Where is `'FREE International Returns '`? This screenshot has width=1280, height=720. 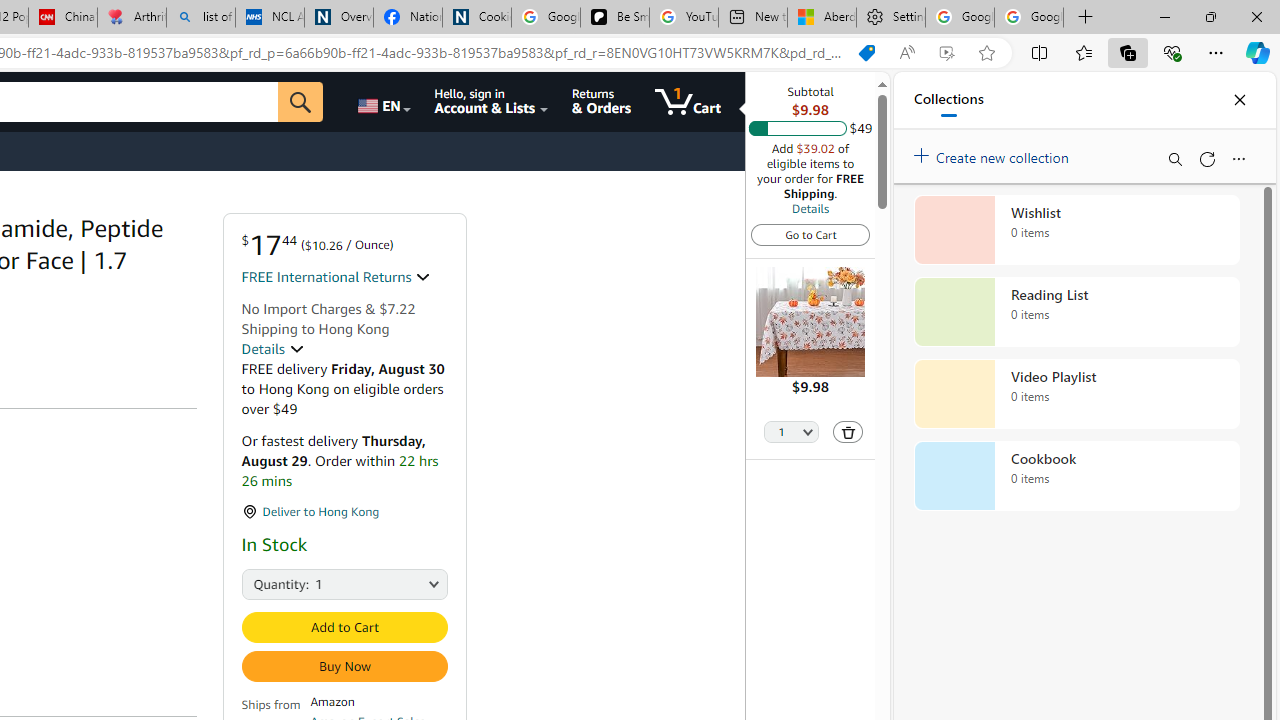
'FREE International Returns ' is located at coordinates (336, 277).